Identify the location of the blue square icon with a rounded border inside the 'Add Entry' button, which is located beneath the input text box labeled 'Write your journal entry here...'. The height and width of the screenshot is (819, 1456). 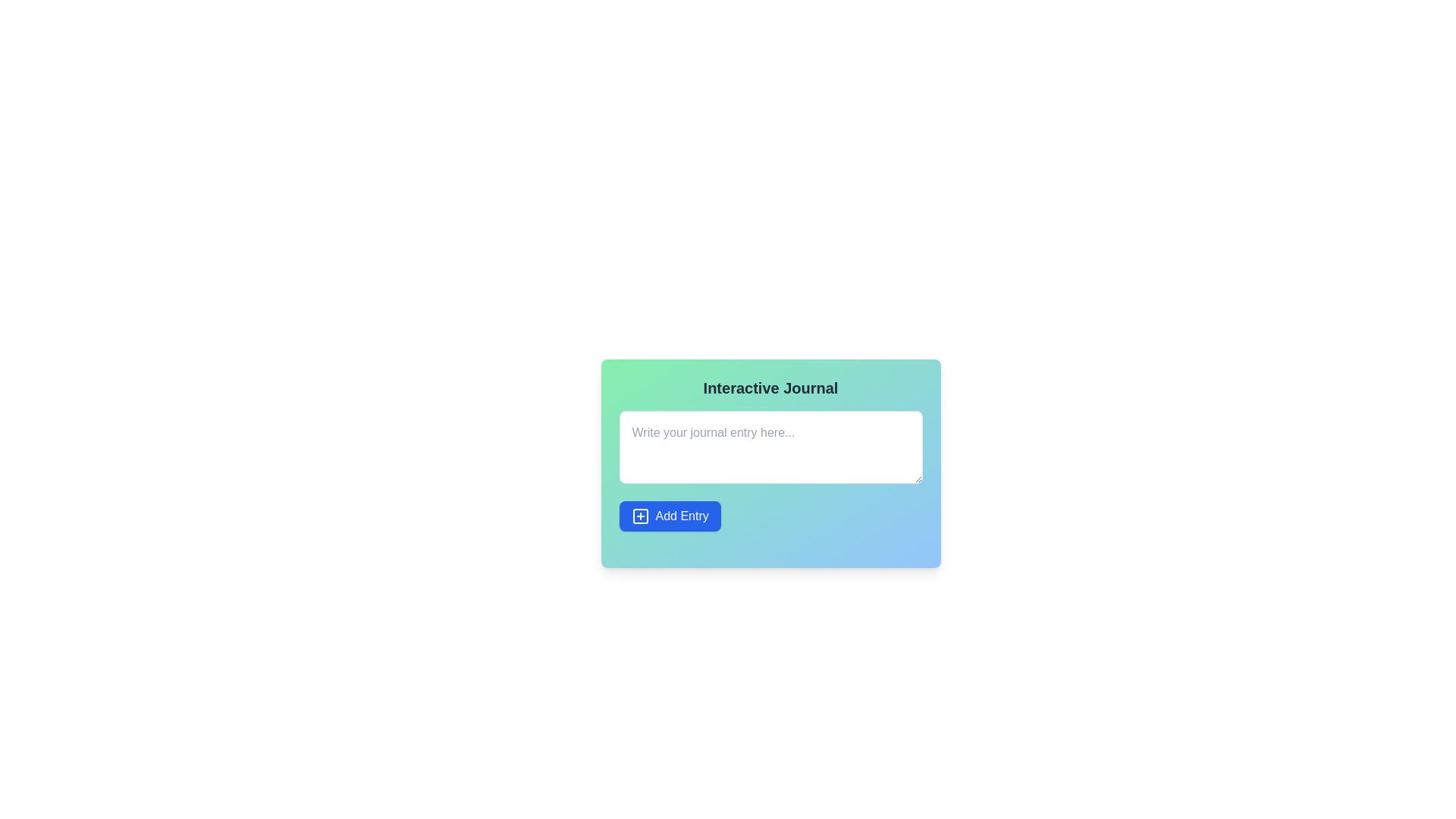
(640, 516).